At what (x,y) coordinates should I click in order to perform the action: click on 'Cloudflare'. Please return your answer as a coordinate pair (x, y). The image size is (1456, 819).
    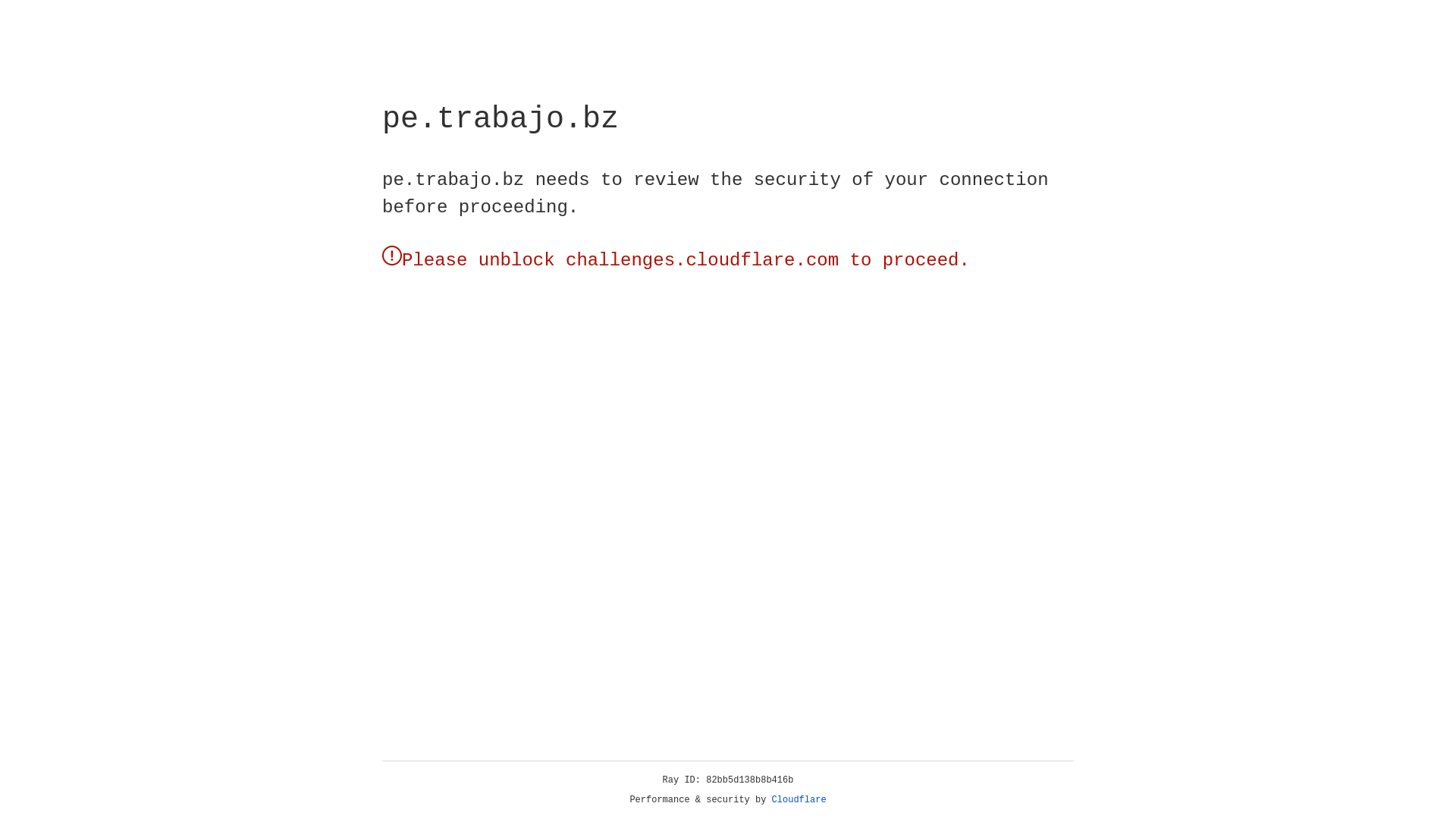
    Looking at the image, I should click on (799, 799).